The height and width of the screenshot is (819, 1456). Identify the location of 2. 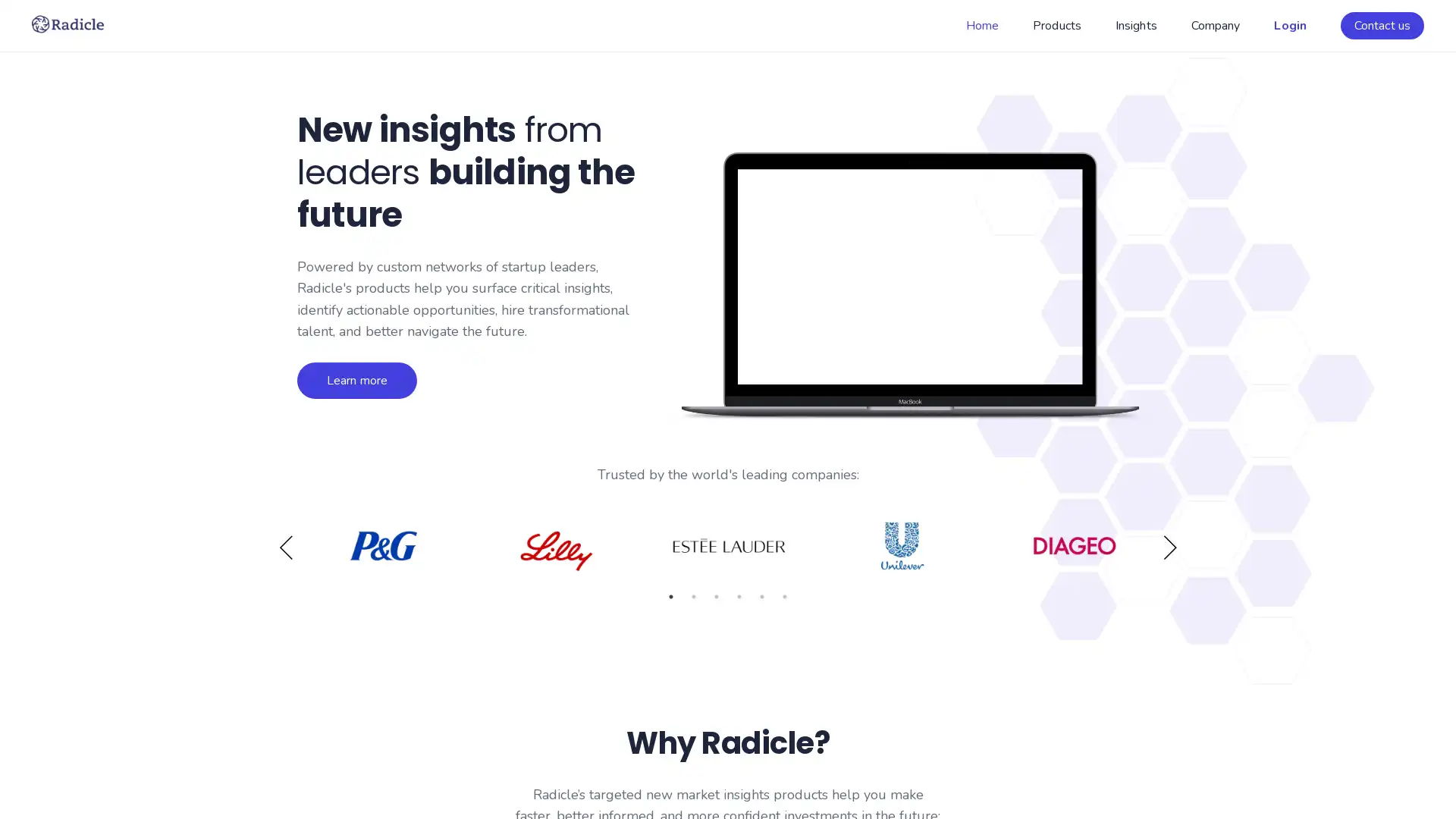
(693, 595).